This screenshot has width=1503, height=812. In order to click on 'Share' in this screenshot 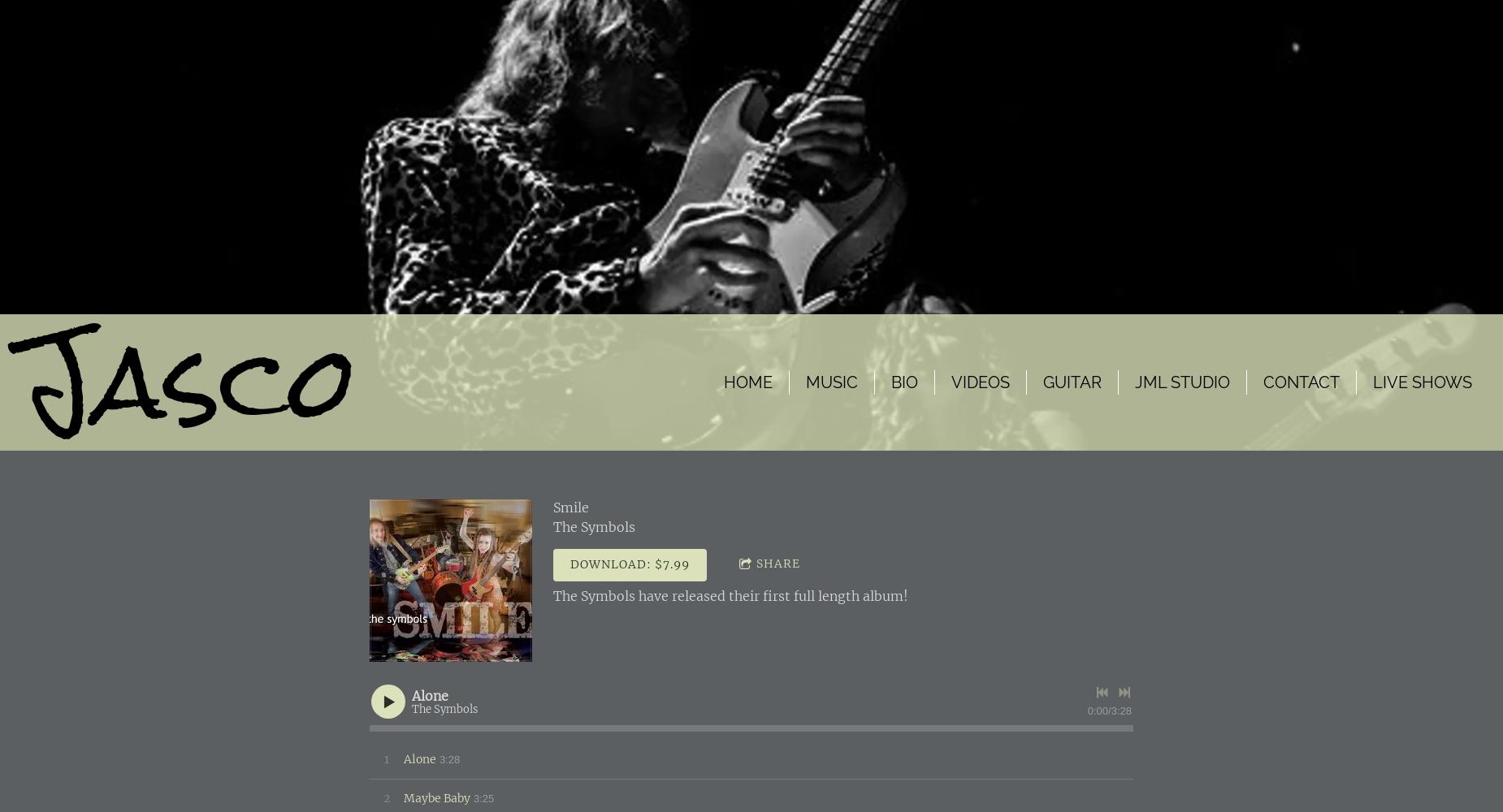, I will do `click(777, 563)`.